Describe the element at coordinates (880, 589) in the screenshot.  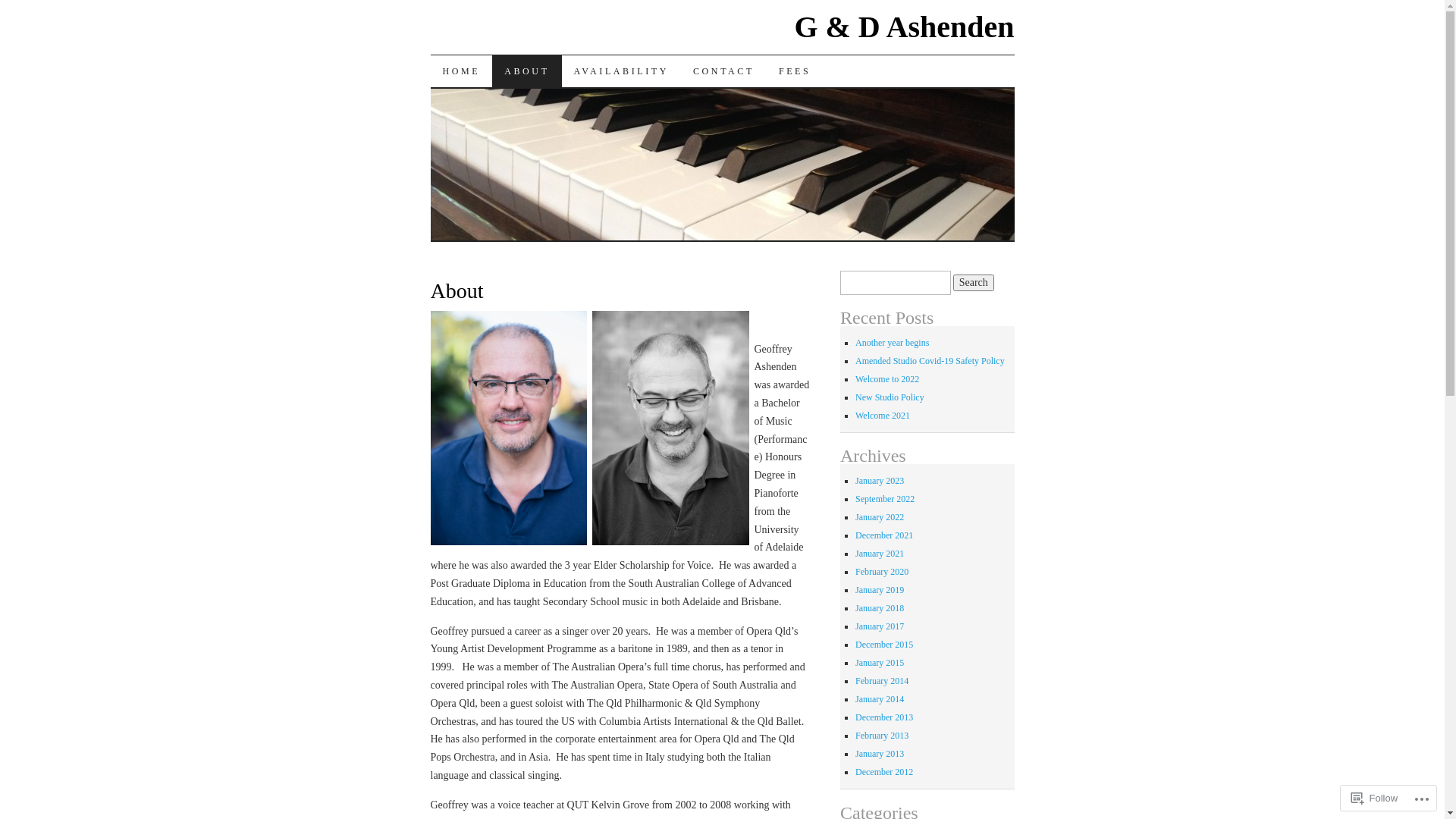
I see `'January 2019'` at that location.